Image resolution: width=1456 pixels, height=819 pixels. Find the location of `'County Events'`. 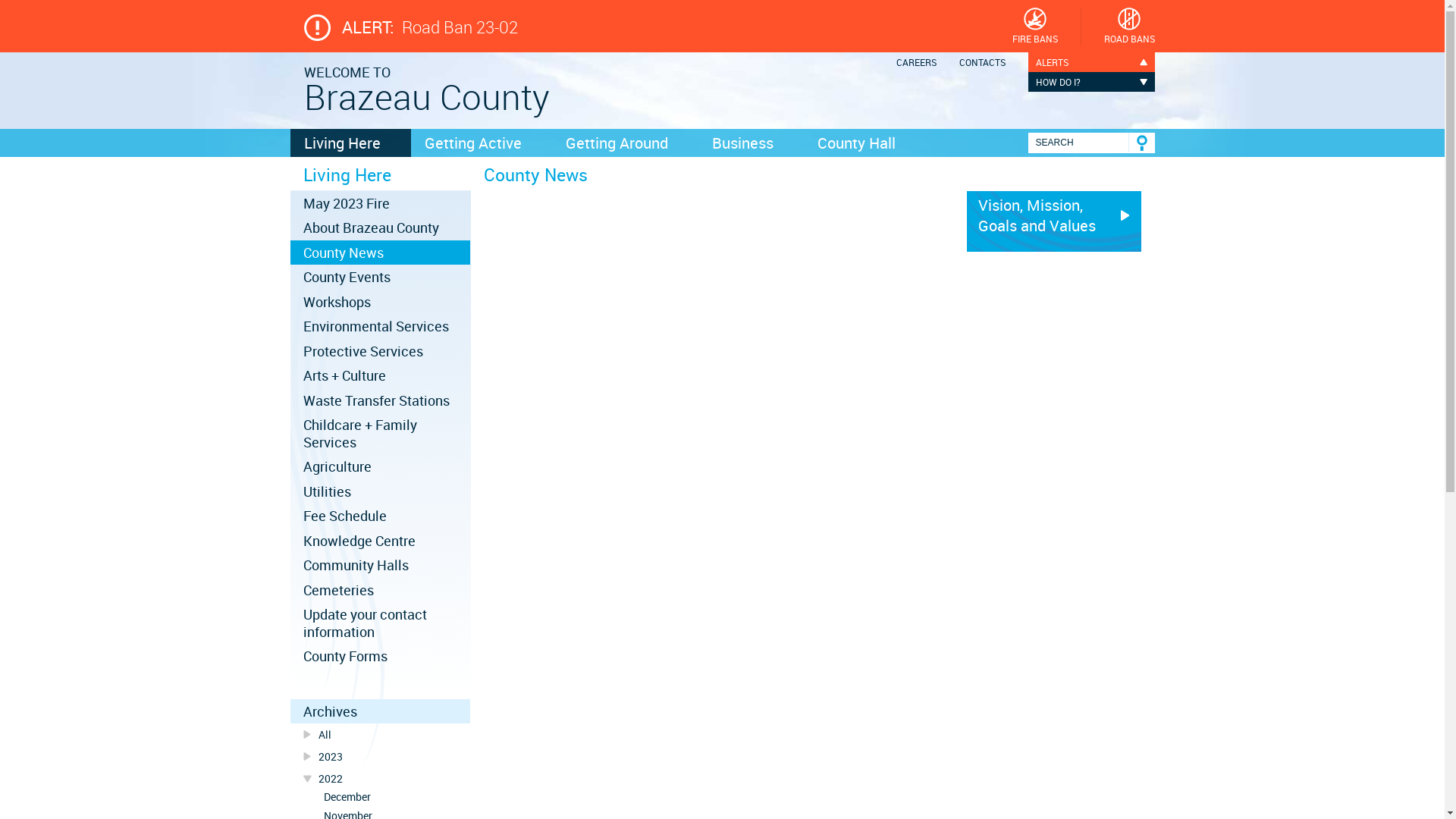

'County Events' is located at coordinates (379, 277).